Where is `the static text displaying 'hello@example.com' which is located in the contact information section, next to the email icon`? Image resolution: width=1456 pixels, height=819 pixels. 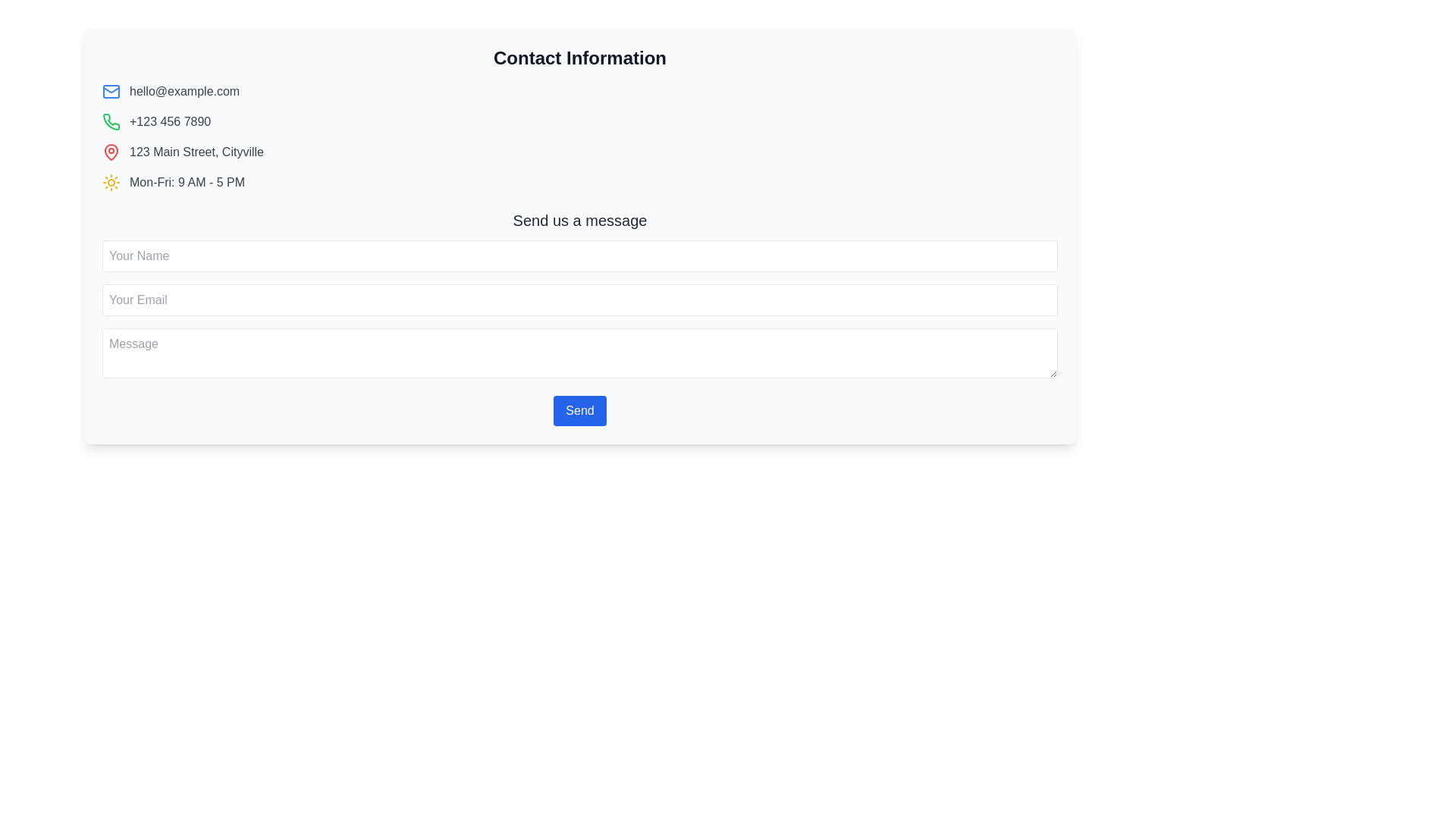
the static text displaying 'hello@example.com' which is located in the contact information section, next to the email icon is located at coordinates (184, 91).